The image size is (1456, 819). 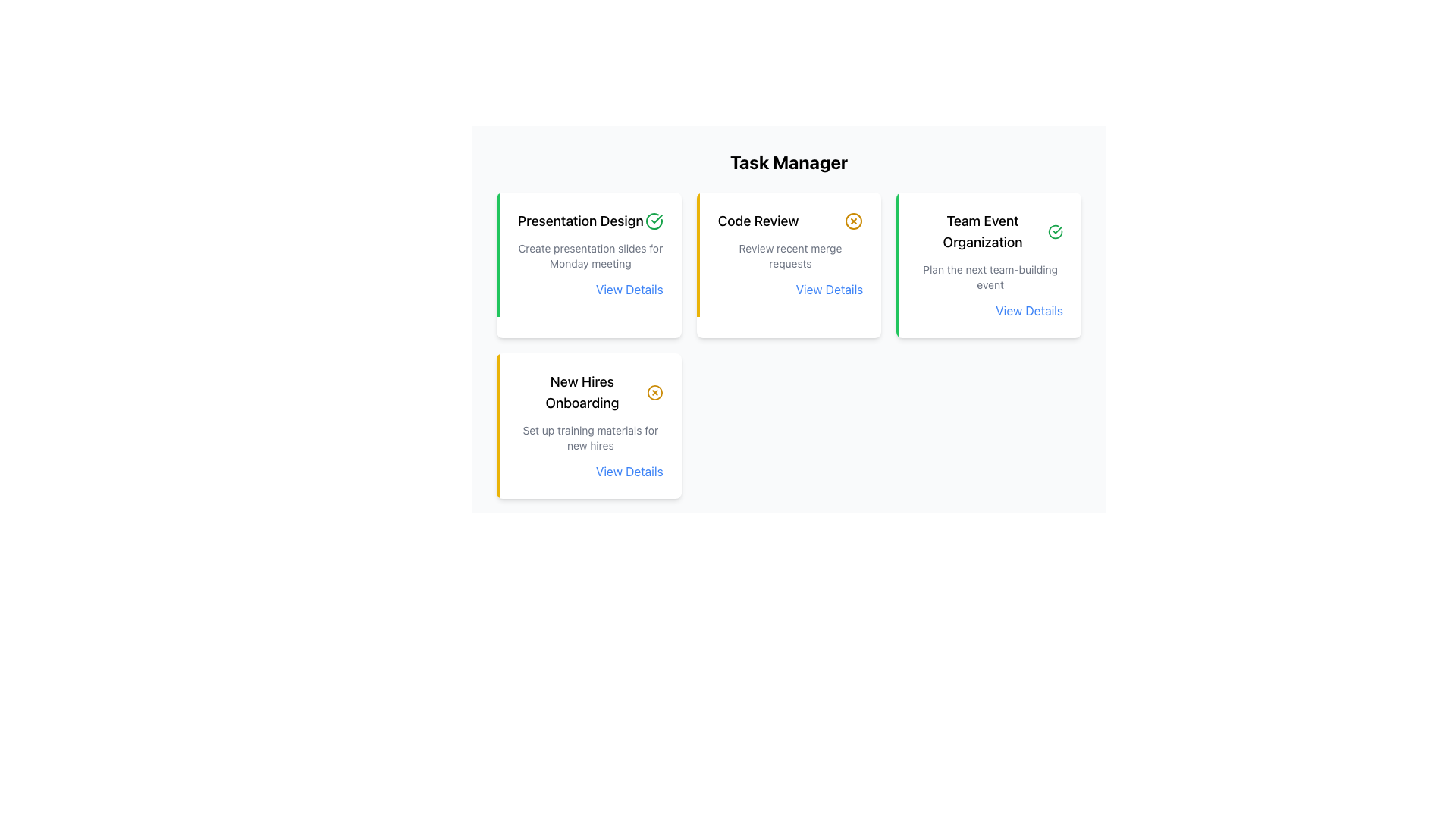 I want to click on the text-based hyperlink 'View Details' located at the bottom-right corner of the 'New Hires Onboarding' card, so click(x=589, y=470).